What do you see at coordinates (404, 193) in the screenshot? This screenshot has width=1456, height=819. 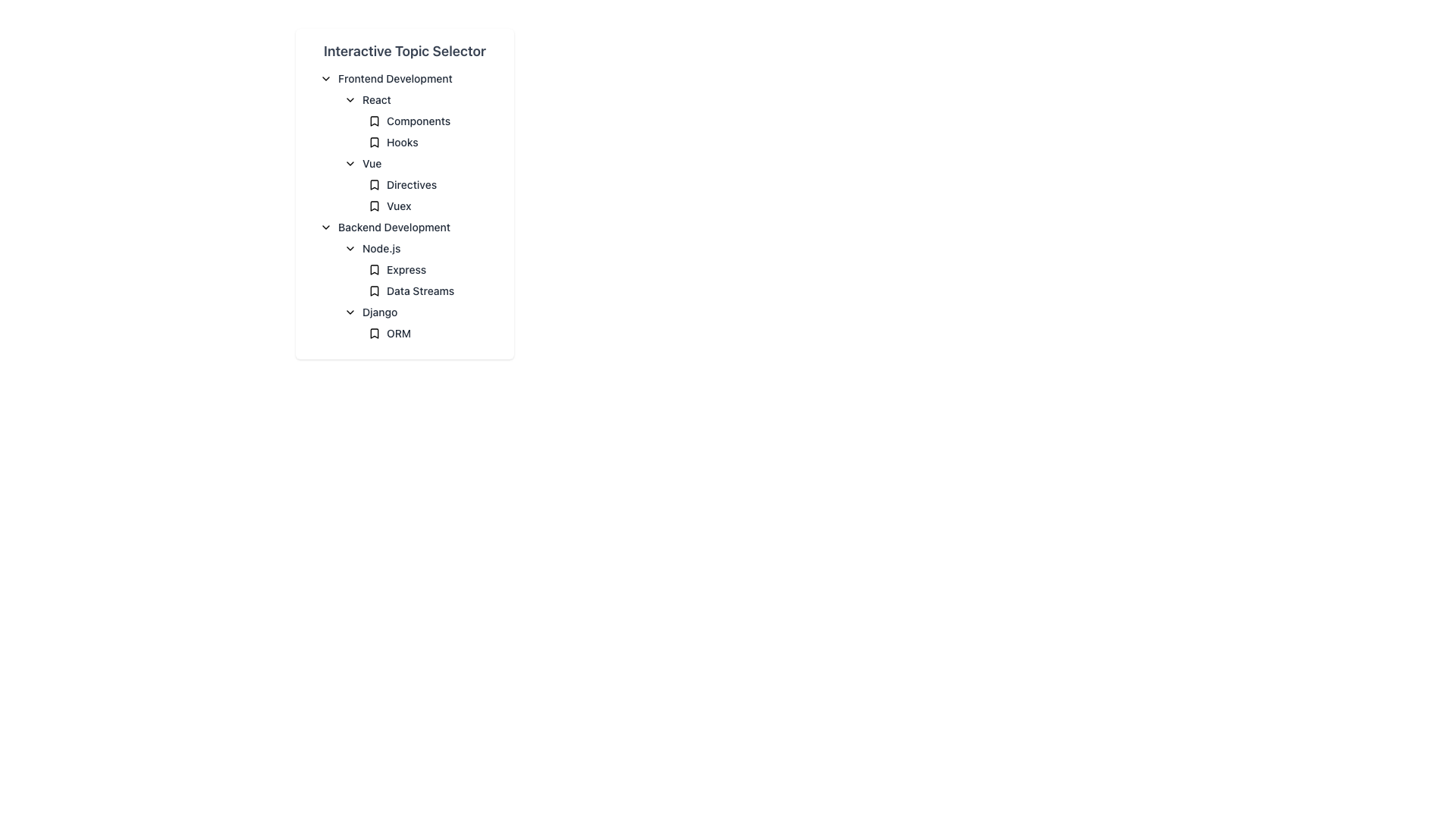 I see `a subtopic within the 'Interactive Topic Selector' collapsible list component` at bounding box center [404, 193].